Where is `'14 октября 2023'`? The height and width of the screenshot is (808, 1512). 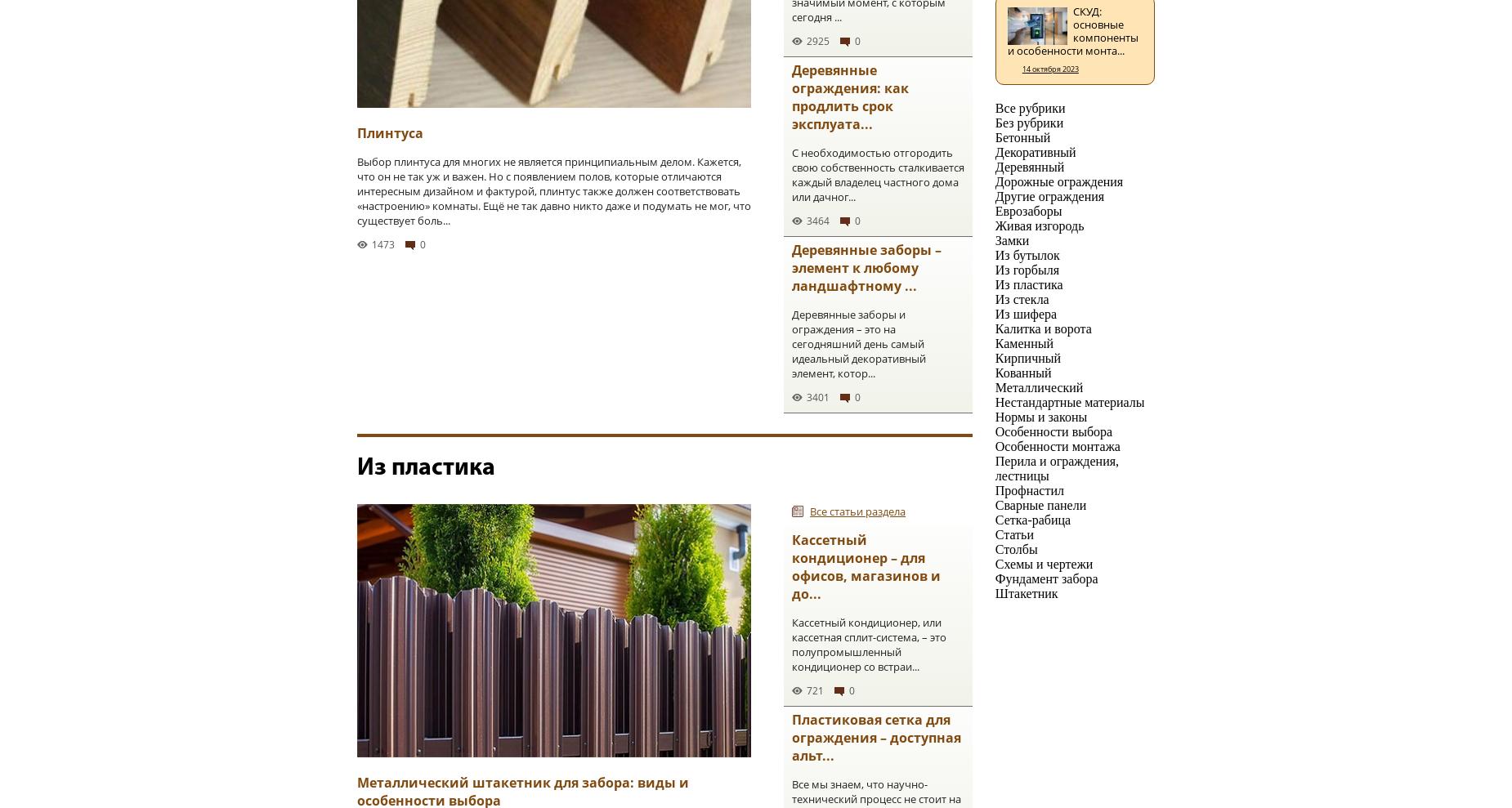 '14 октября 2023' is located at coordinates (1049, 69).